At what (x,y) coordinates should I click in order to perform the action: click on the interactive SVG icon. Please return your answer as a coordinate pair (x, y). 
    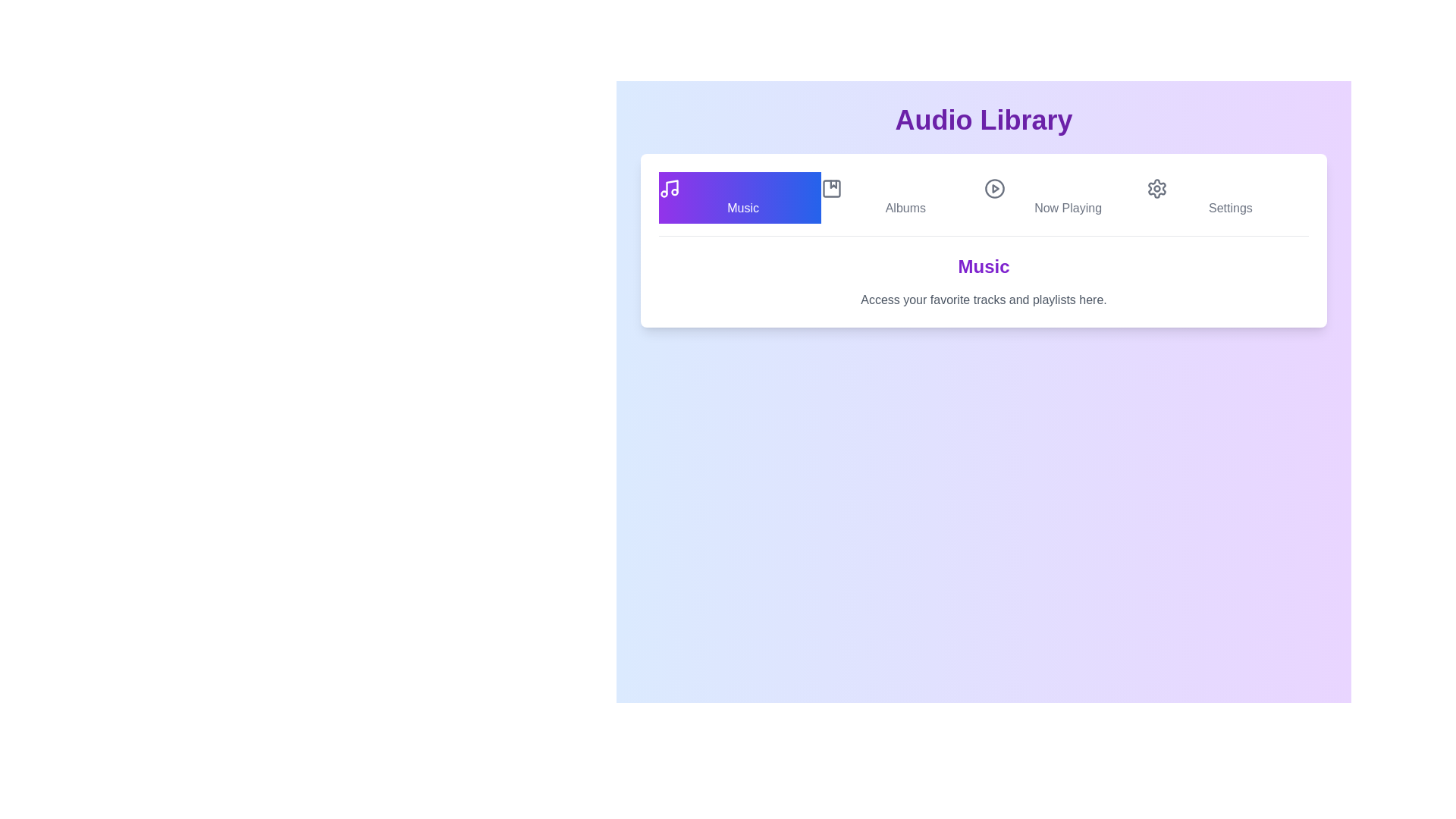
    Looking at the image, I should click on (831, 188).